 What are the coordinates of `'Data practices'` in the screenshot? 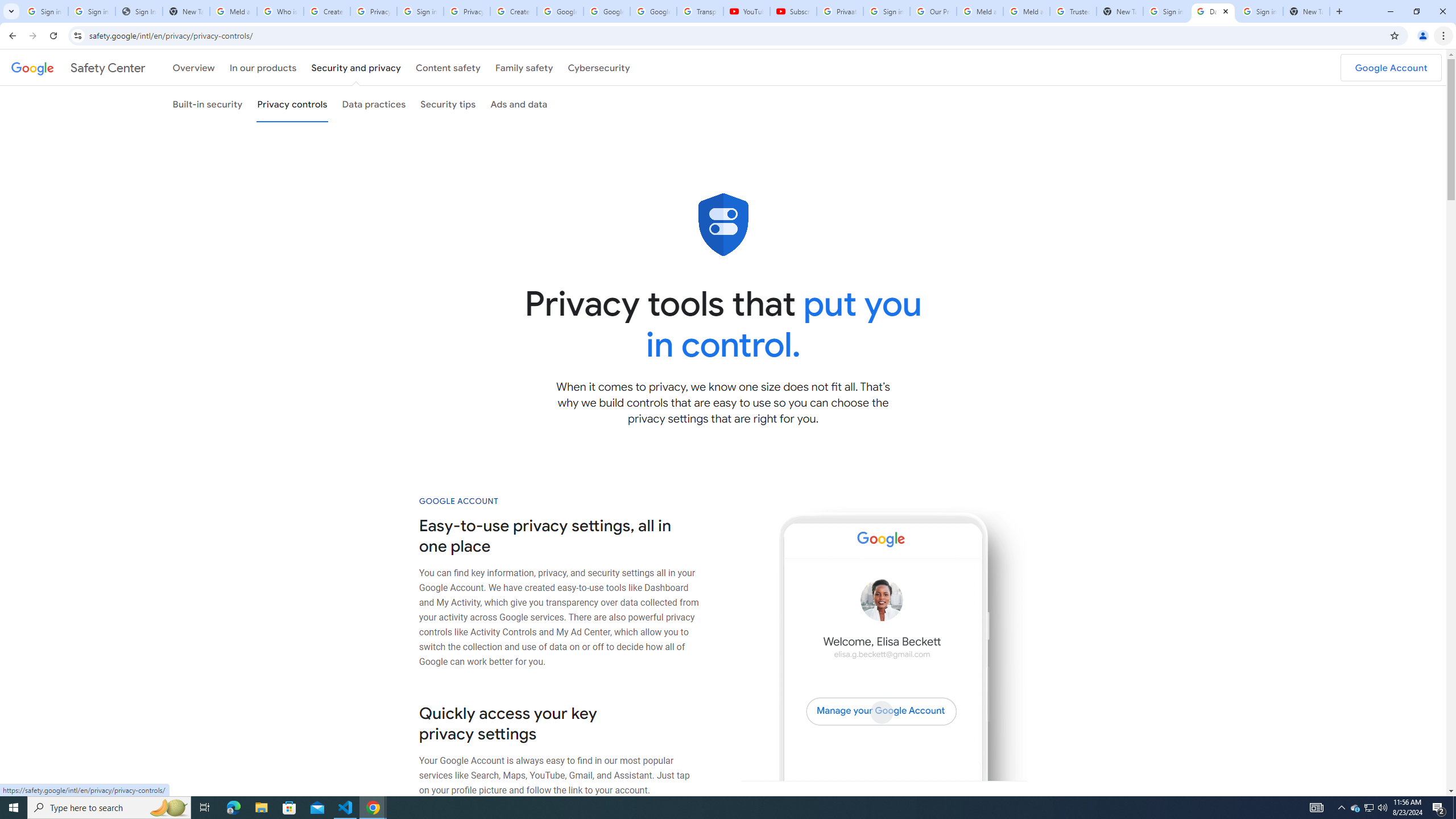 It's located at (373, 103).